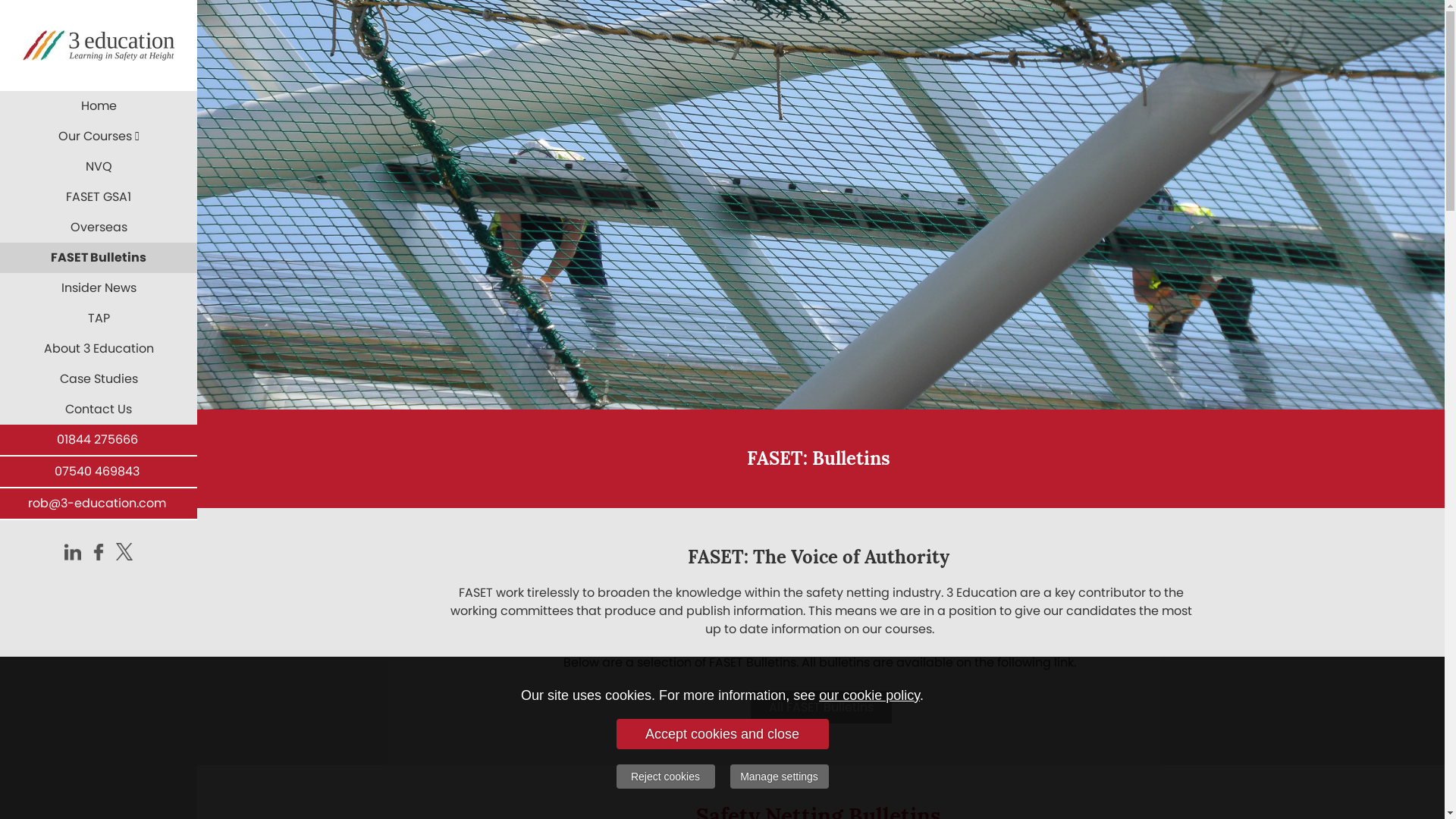  Describe the element at coordinates (97, 318) in the screenshot. I see `'TAP'` at that location.